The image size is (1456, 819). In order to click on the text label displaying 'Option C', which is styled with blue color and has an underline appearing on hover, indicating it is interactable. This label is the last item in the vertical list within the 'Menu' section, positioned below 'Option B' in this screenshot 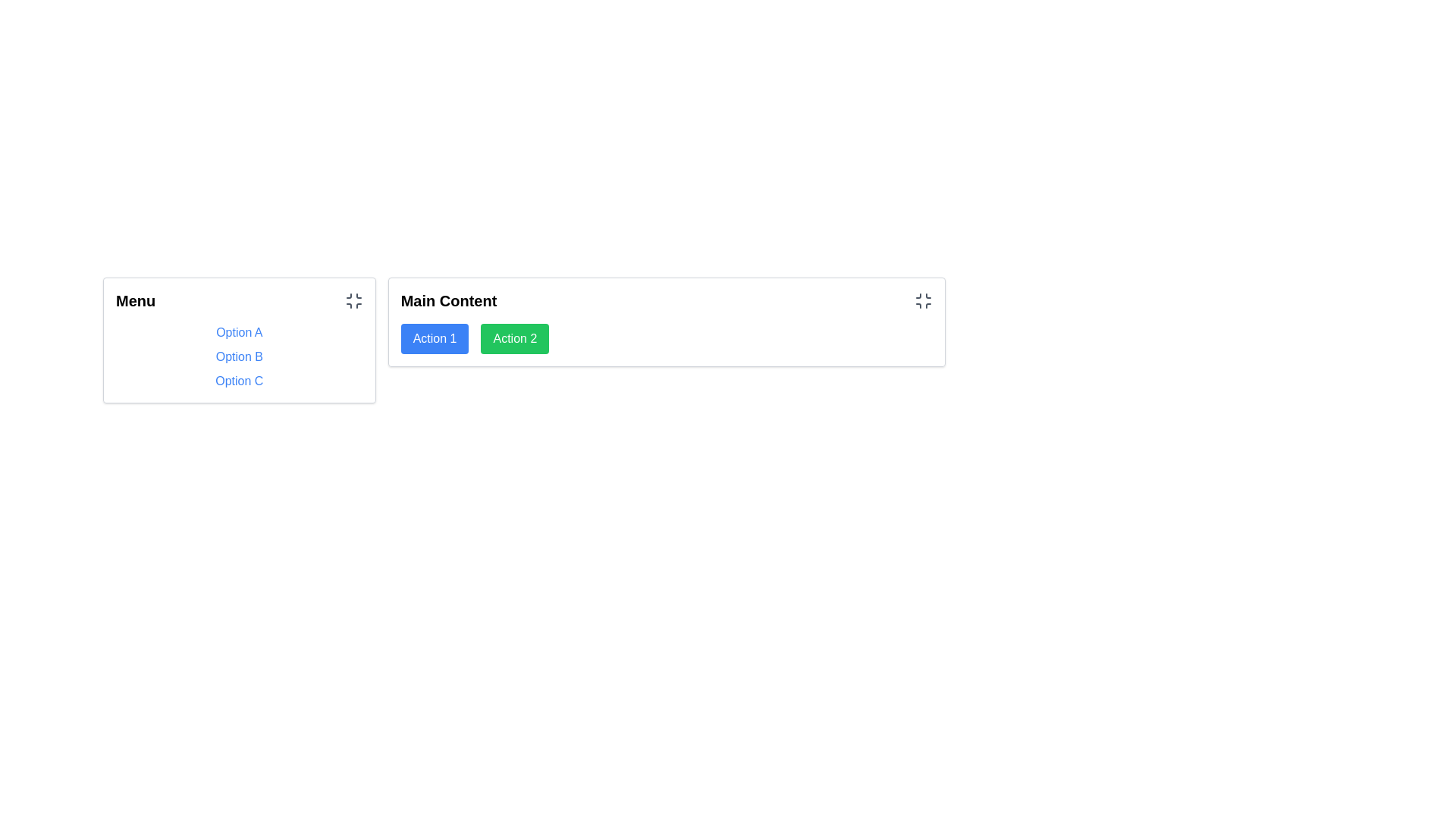, I will do `click(238, 380)`.